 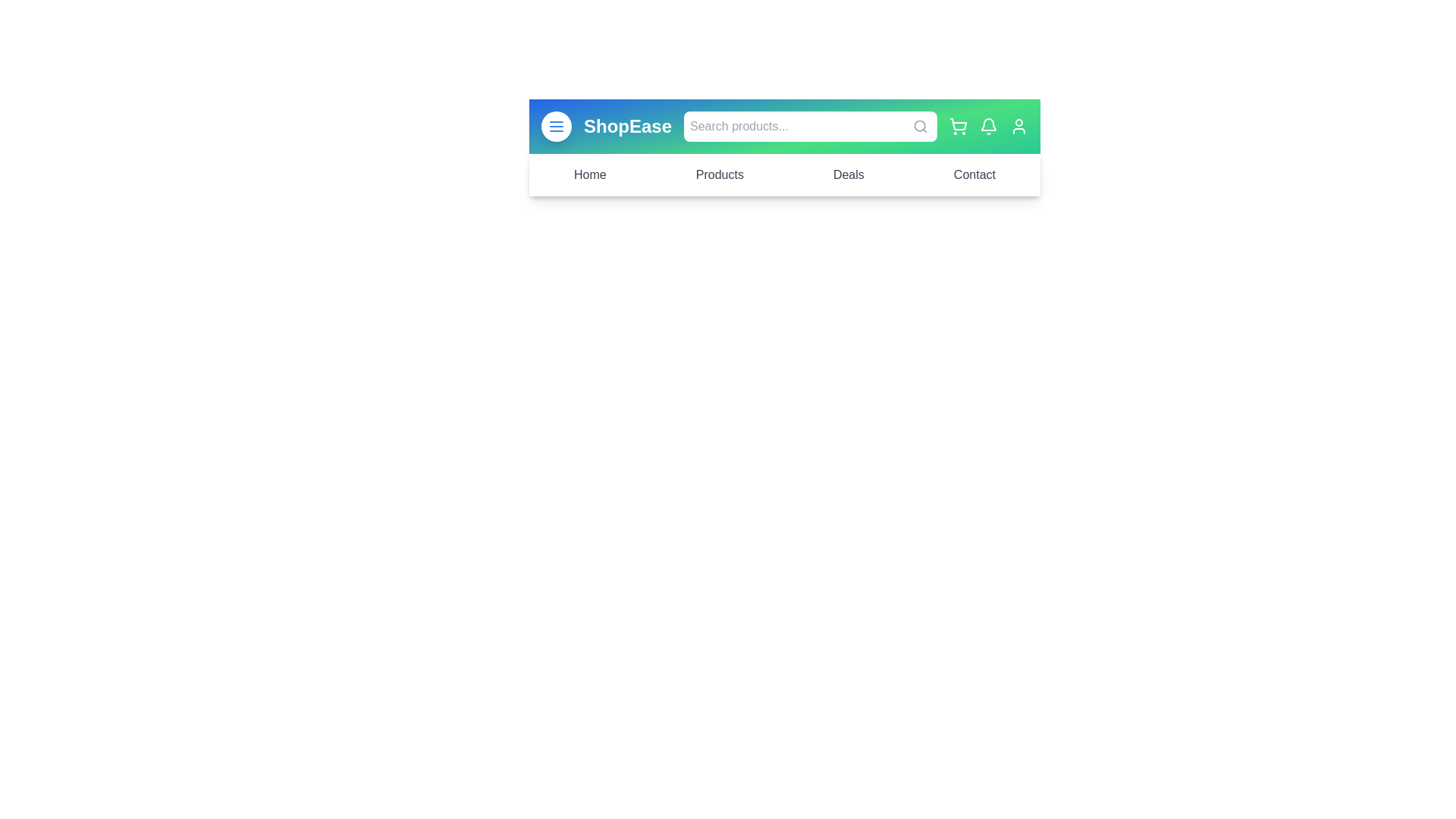 I want to click on the Home navigation link, so click(x=588, y=174).